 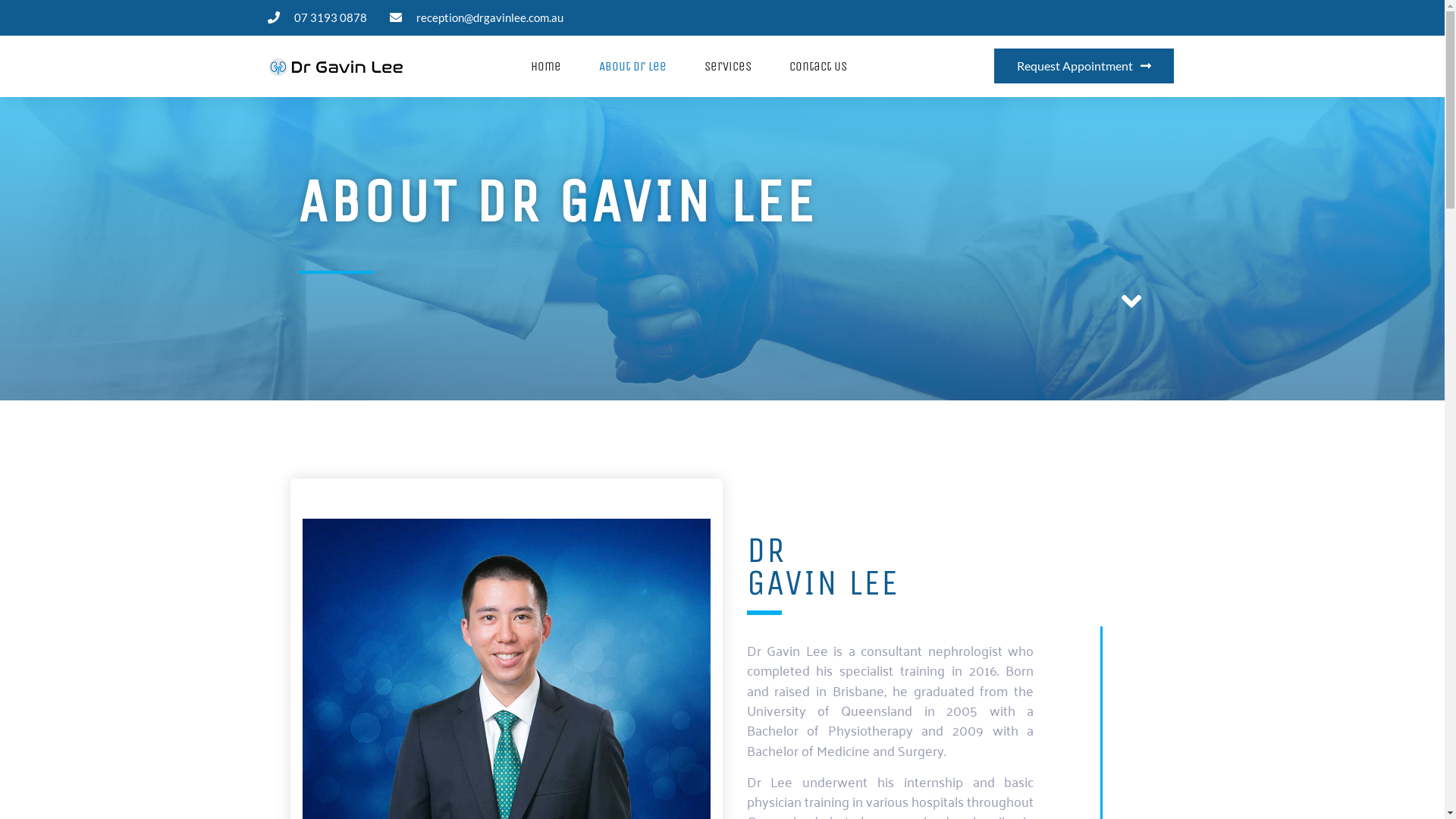 I want to click on 'reception@drgavinlee.com.au', so click(x=475, y=17).